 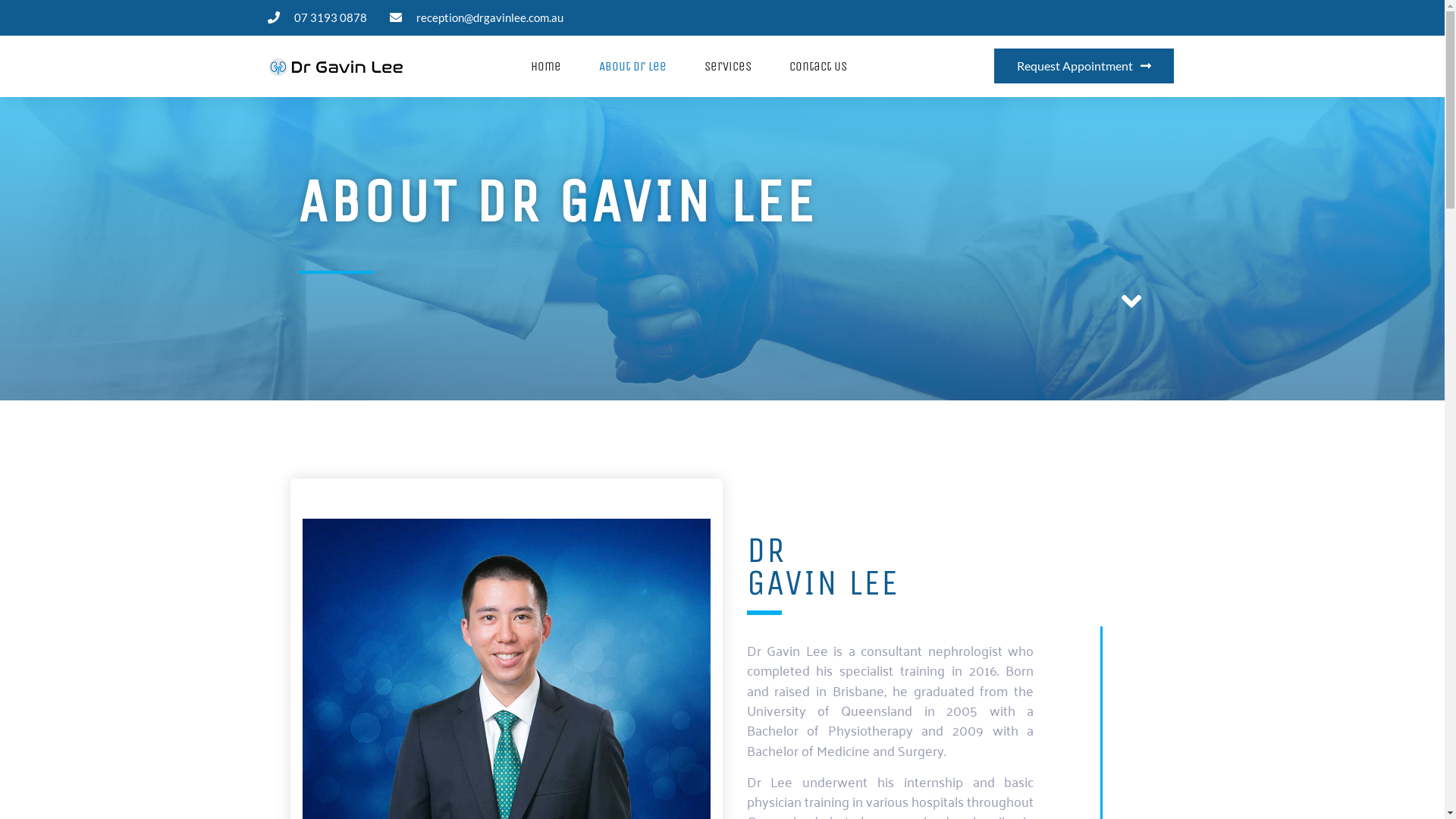 I want to click on 'reception@drgavinlee.com.au', so click(x=475, y=17).